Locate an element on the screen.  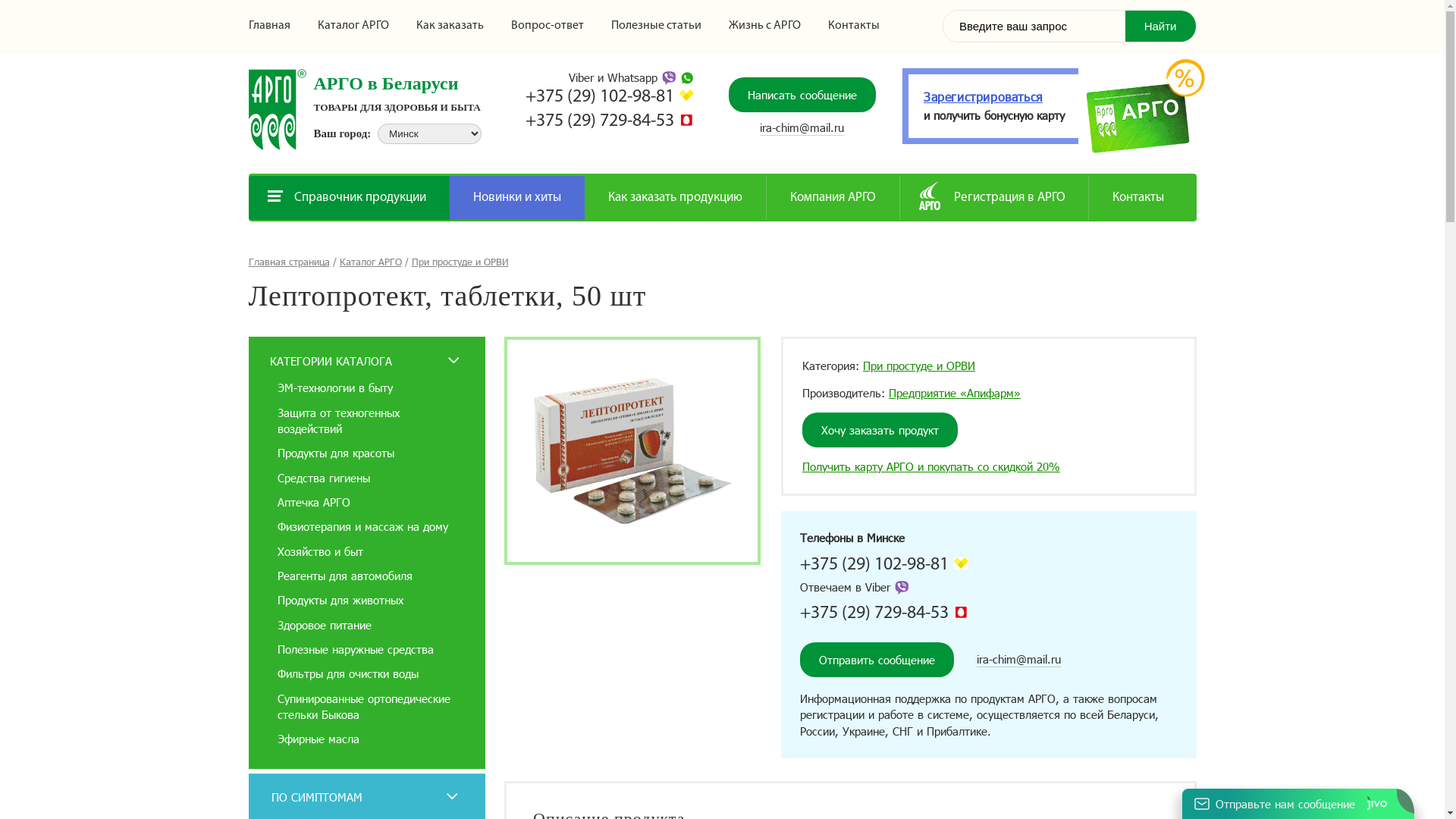
'ira-chim@mail.ru' is located at coordinates (760, 127).